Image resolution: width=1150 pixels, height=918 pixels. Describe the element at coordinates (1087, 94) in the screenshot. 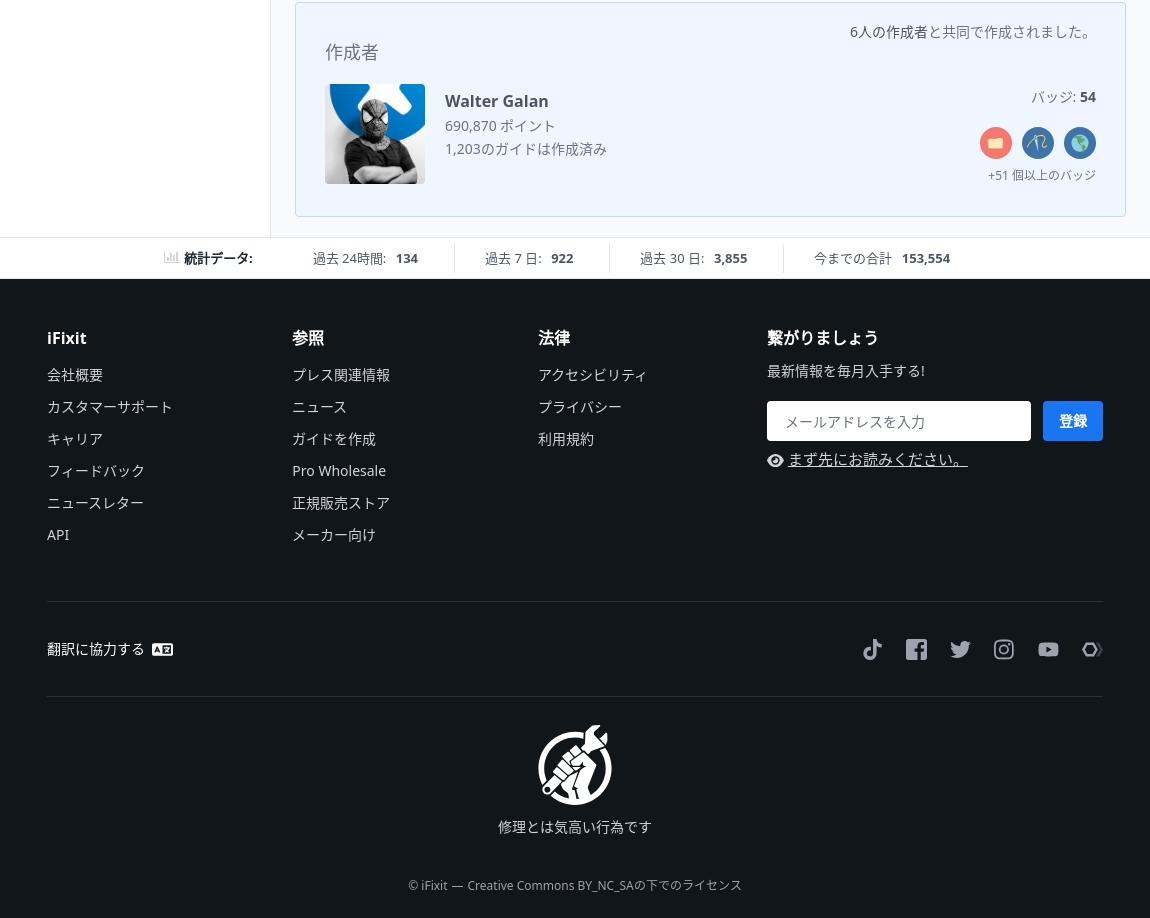

I see `'54'` at that location.